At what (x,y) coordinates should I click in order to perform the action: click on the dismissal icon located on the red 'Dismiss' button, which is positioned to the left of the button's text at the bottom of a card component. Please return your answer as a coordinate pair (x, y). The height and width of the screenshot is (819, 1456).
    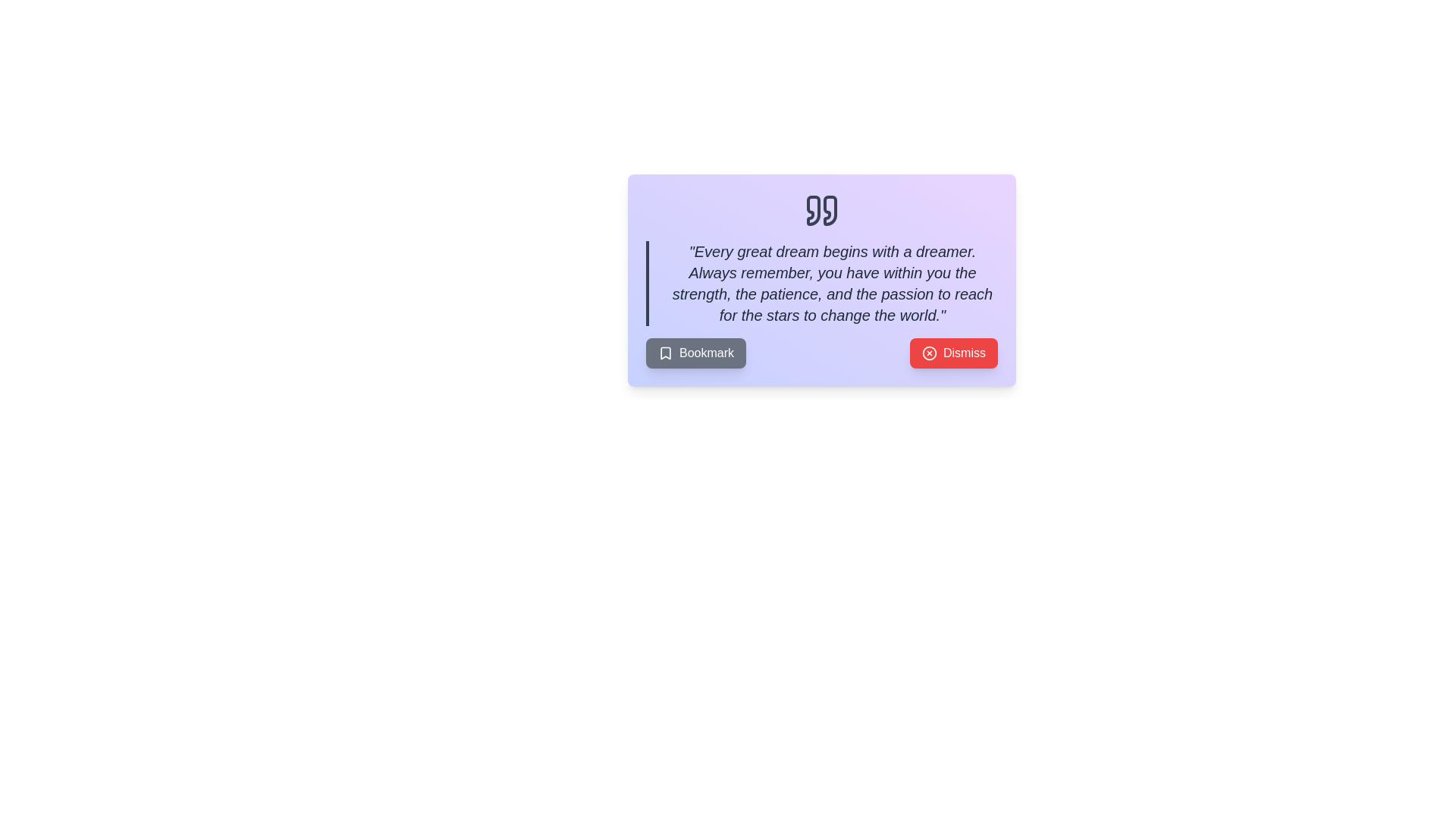
    Looking at the image, I should click on (928, 353).